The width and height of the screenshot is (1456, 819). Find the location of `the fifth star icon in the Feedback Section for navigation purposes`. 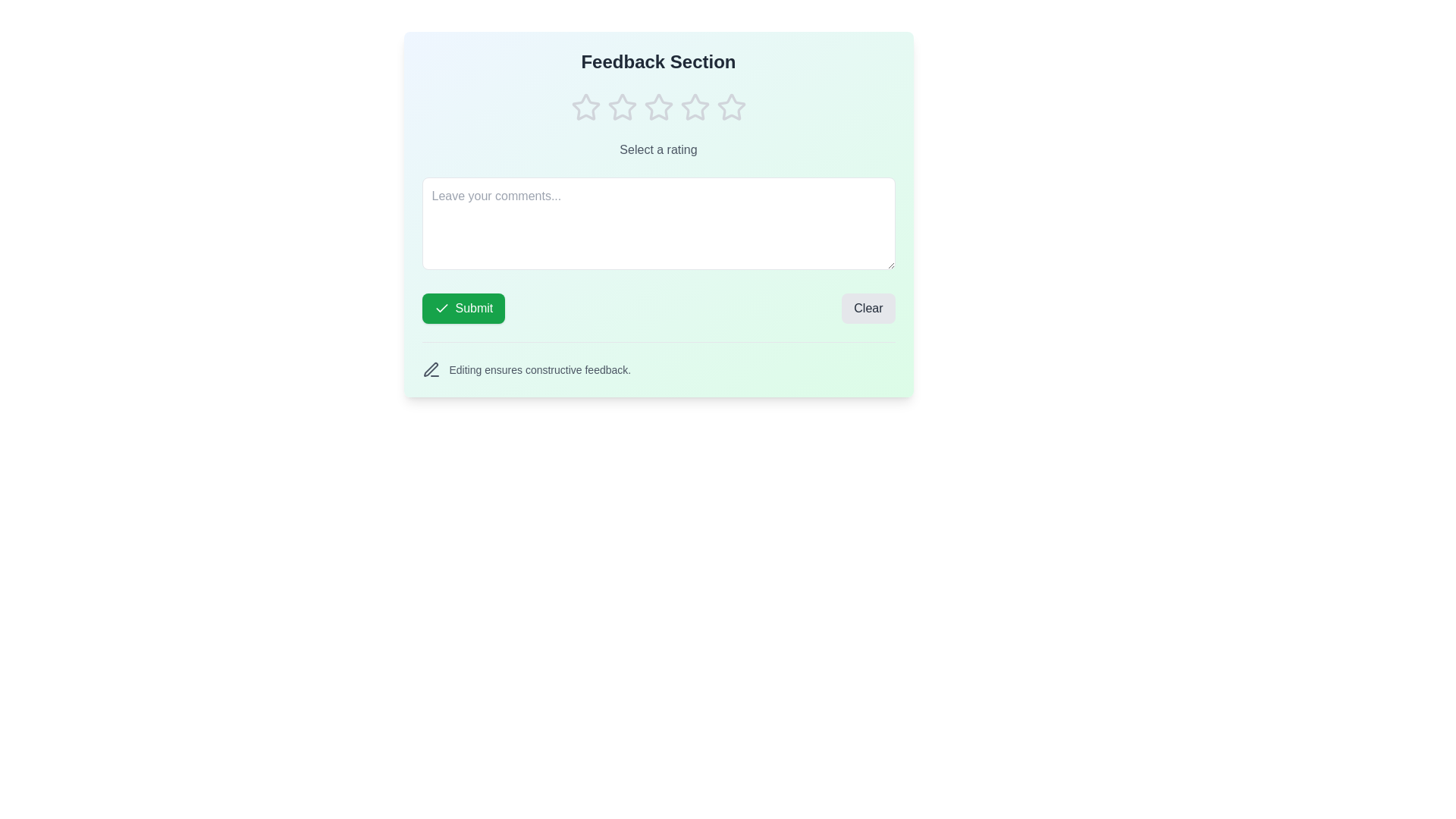

the fifth star icon in the Feedback Section for navigation purposes is located at coordinates (731, 106).